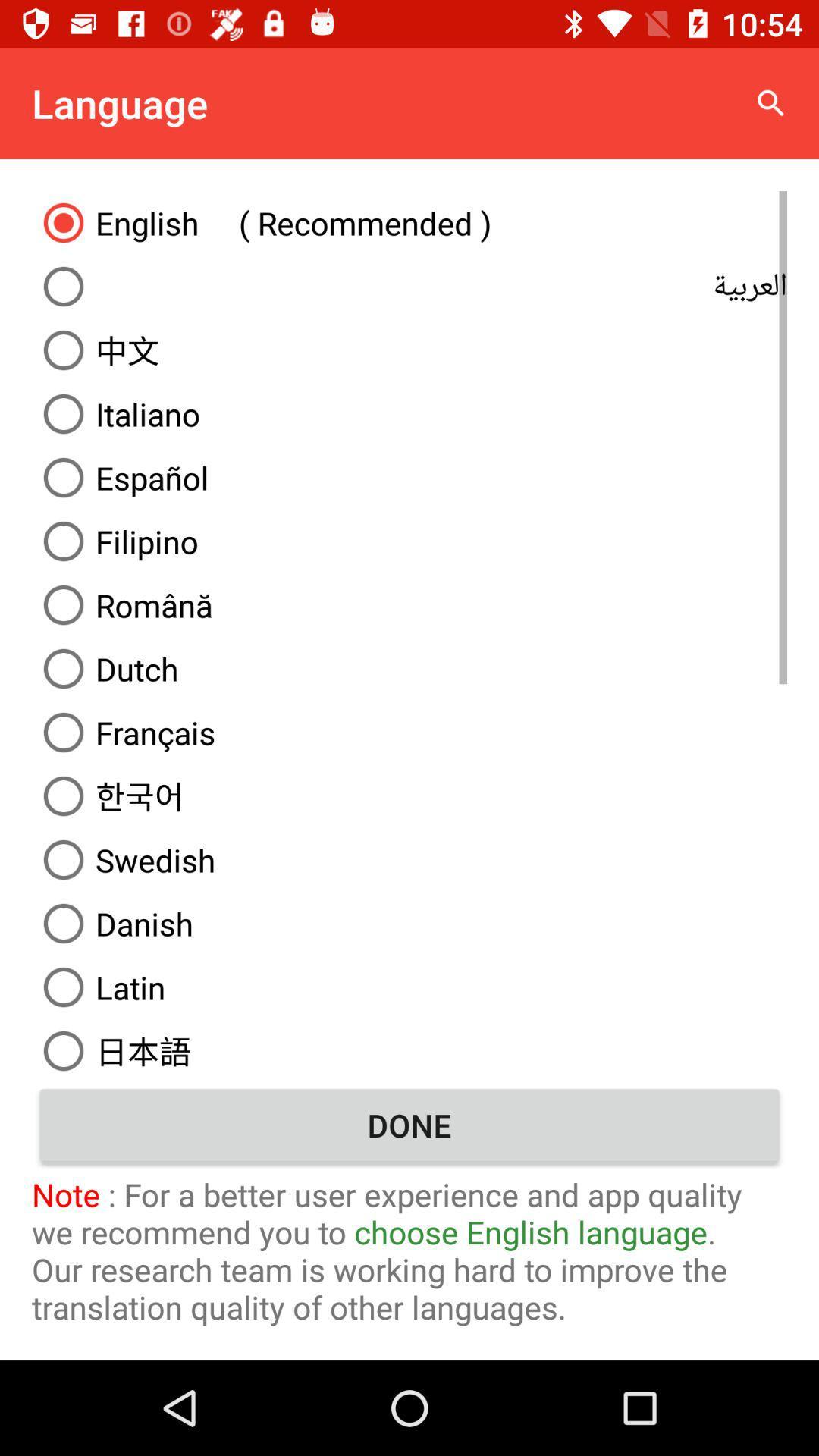 This screenshot has height=1456, width=819. I want to click on the icon above the filipino icon, so click(409, 476).